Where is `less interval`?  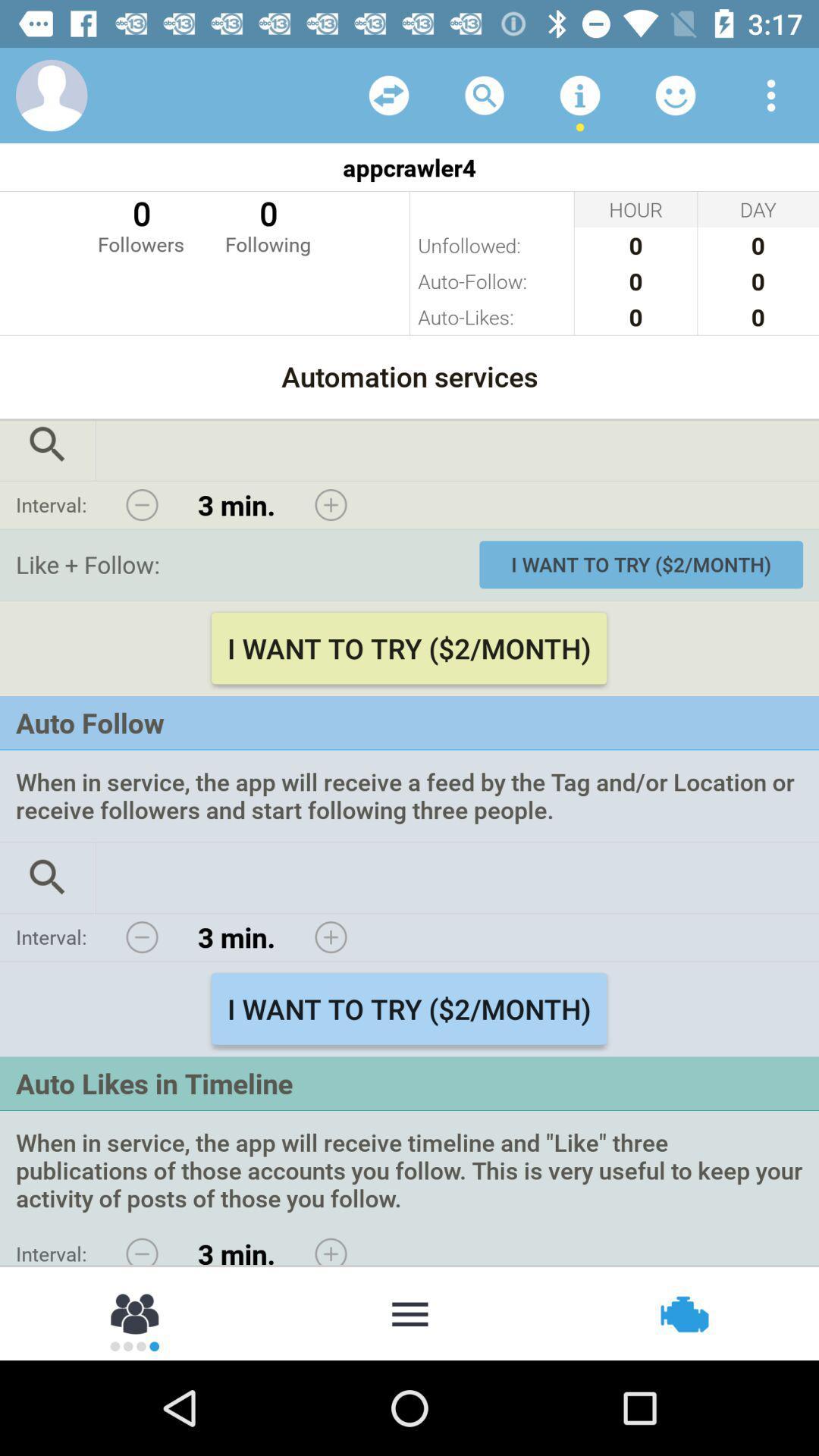
less interval is located at coordinates (142, 1247).